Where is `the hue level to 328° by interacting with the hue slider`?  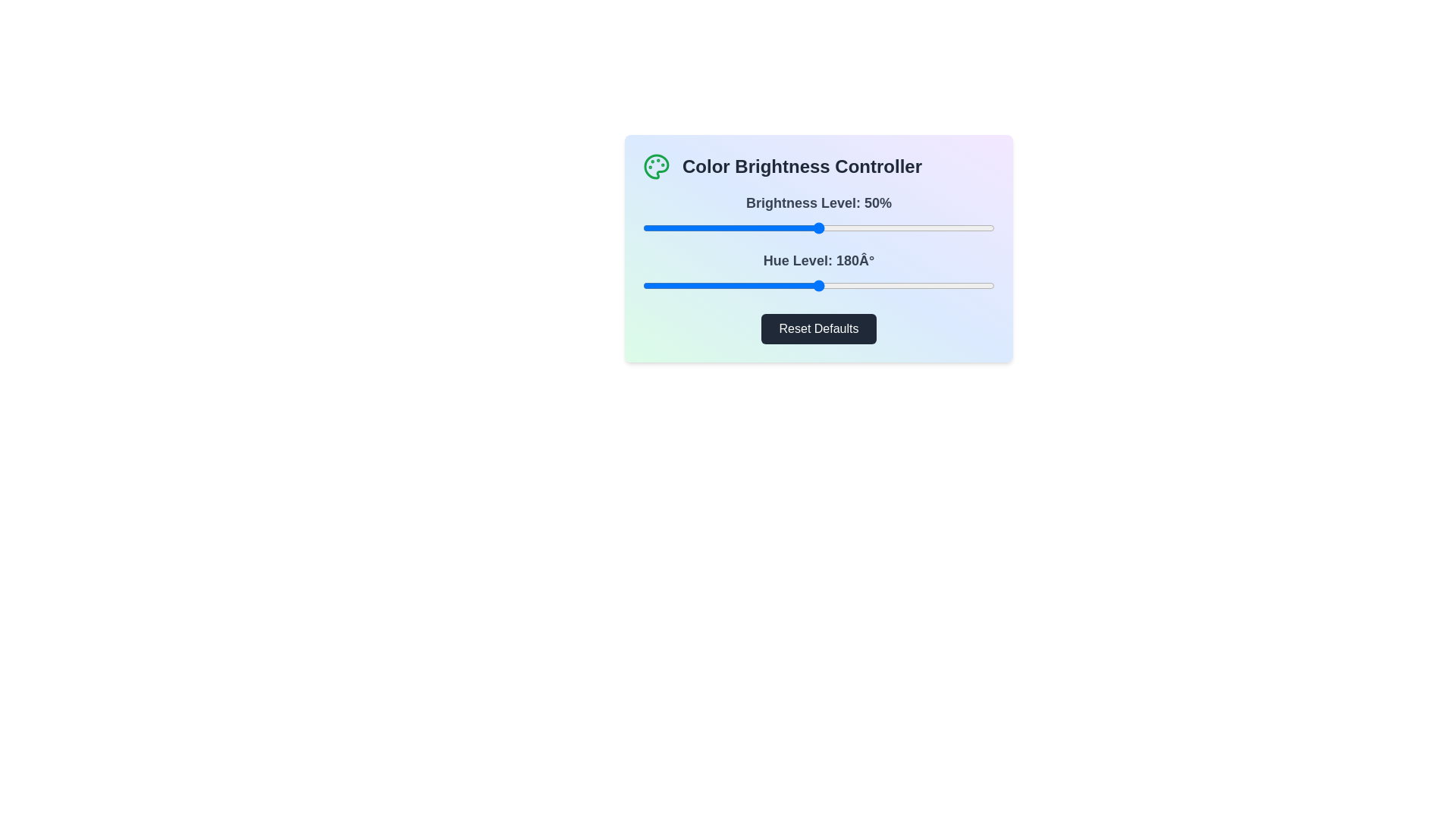 the hue level to 328° by interacting with the hue slider is located at coordinates (962, 286).